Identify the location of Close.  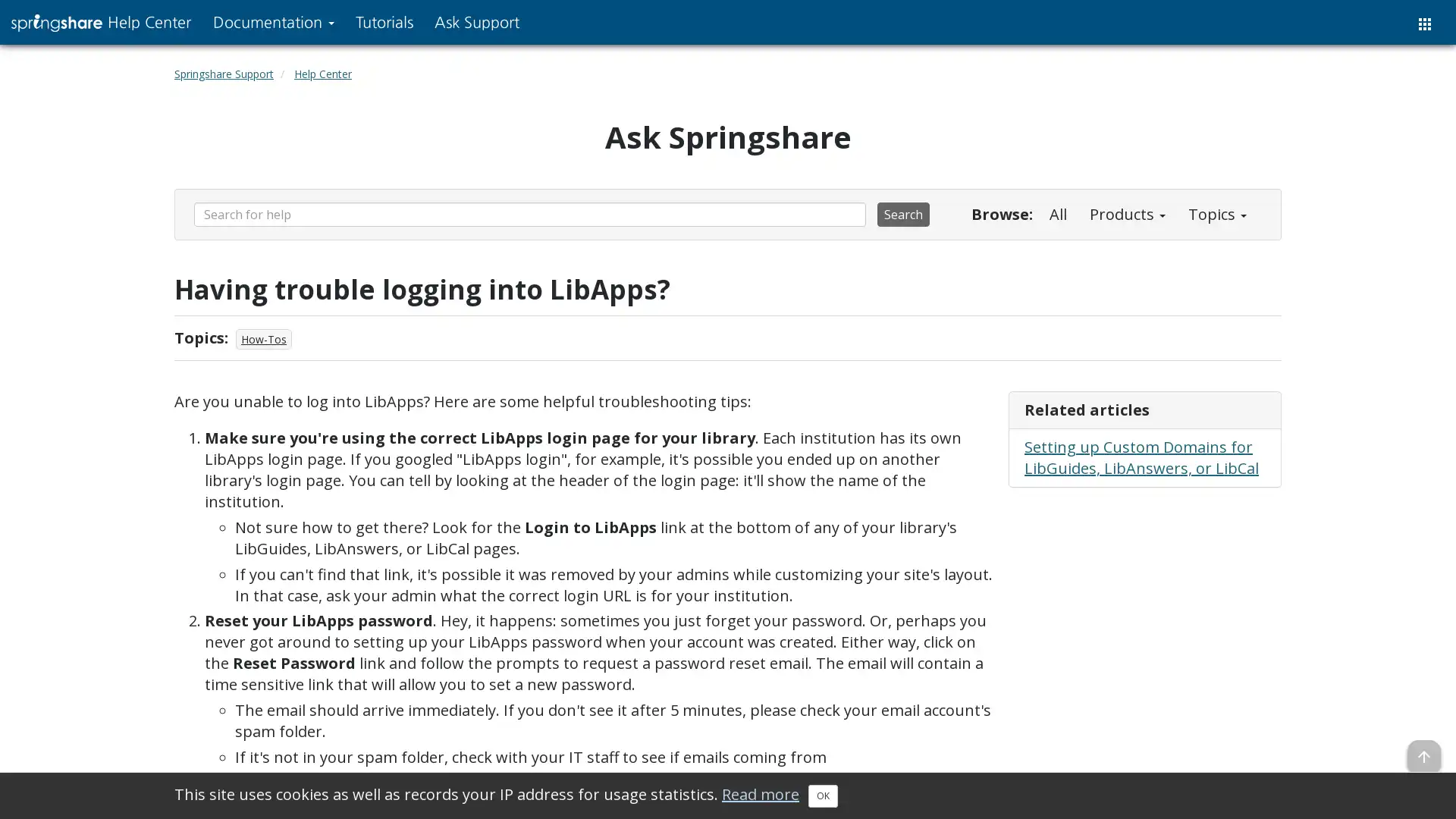
(822, 795).